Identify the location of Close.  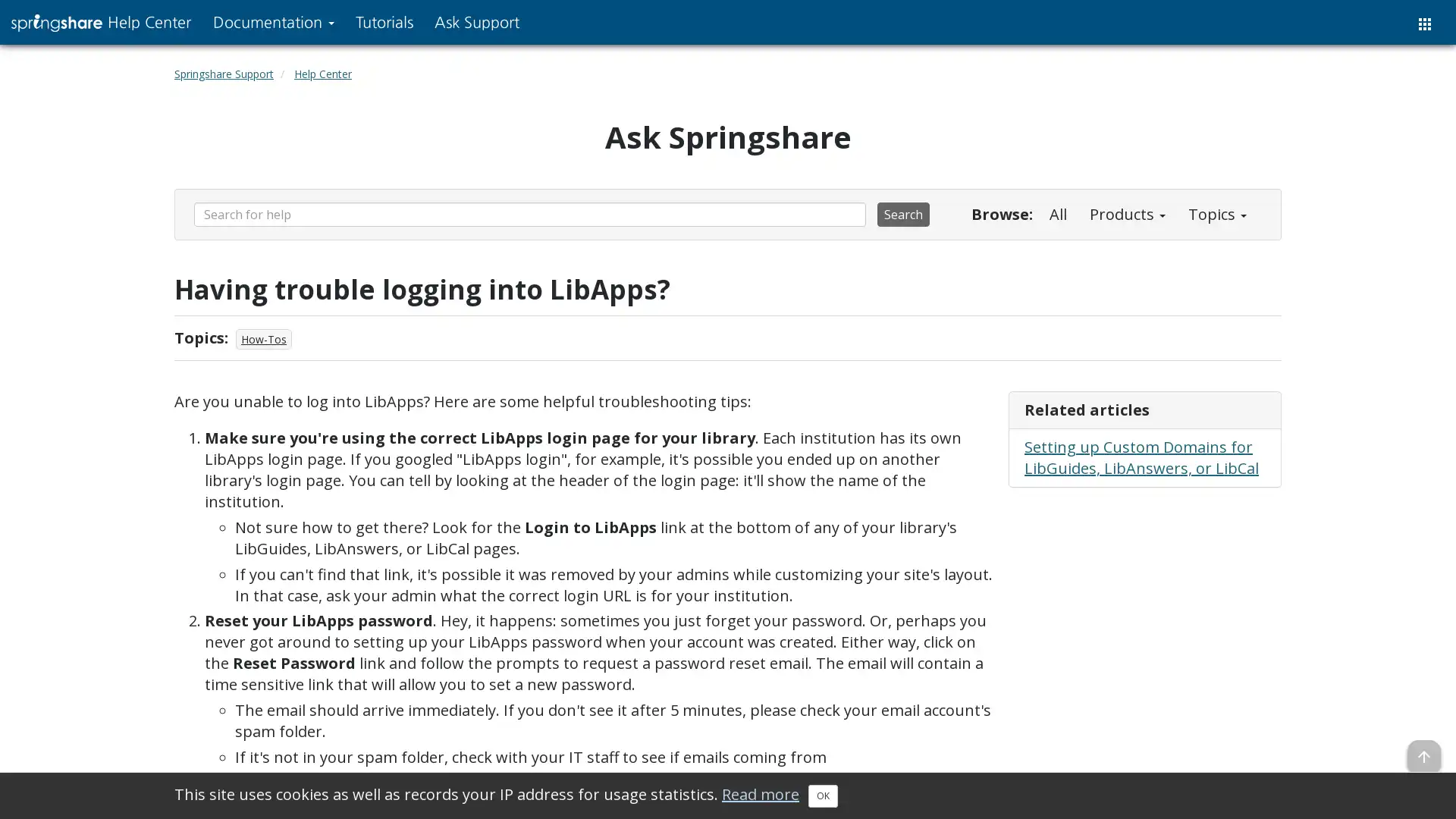
(822, 795).